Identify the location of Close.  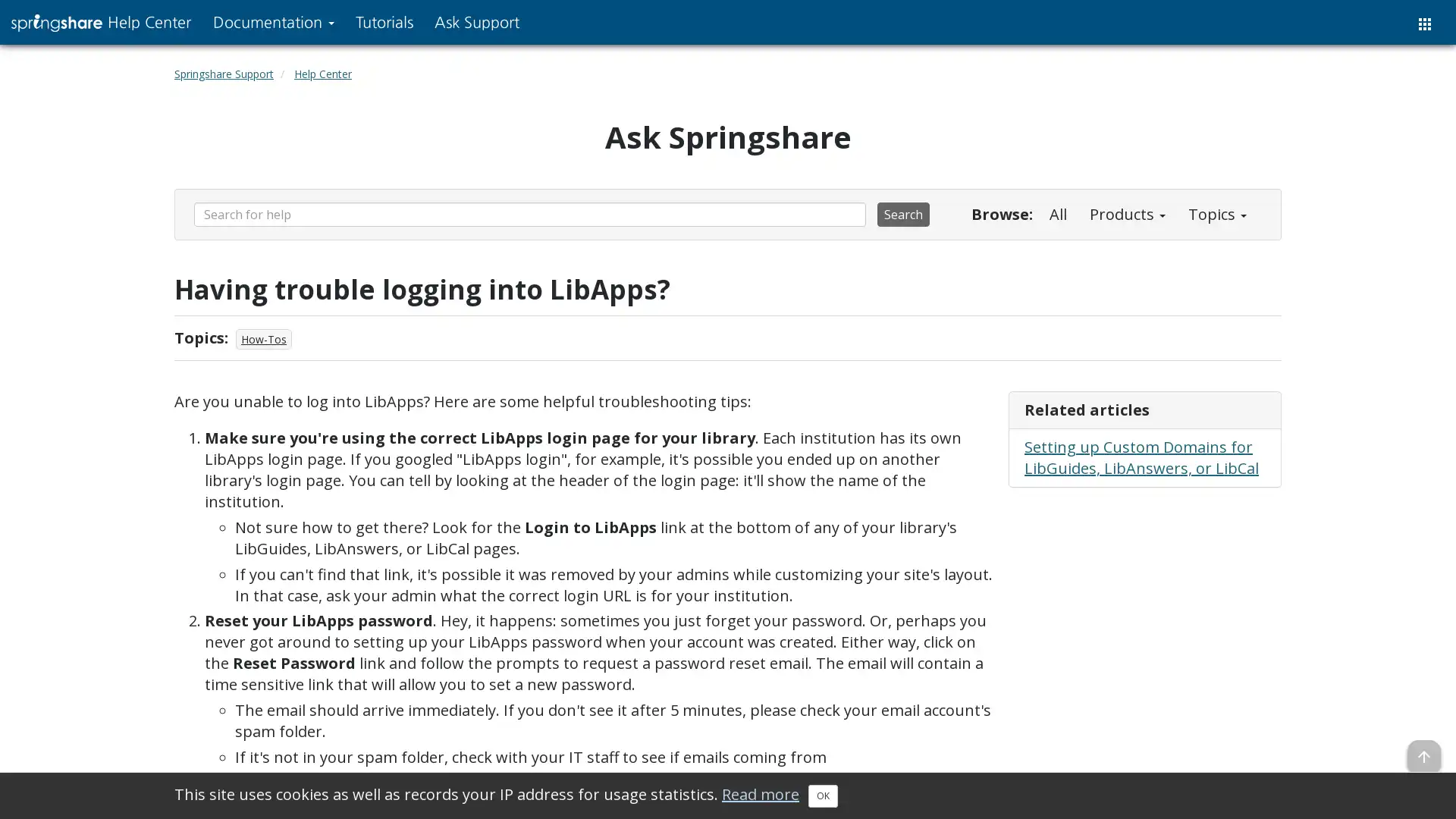
(822, 795).